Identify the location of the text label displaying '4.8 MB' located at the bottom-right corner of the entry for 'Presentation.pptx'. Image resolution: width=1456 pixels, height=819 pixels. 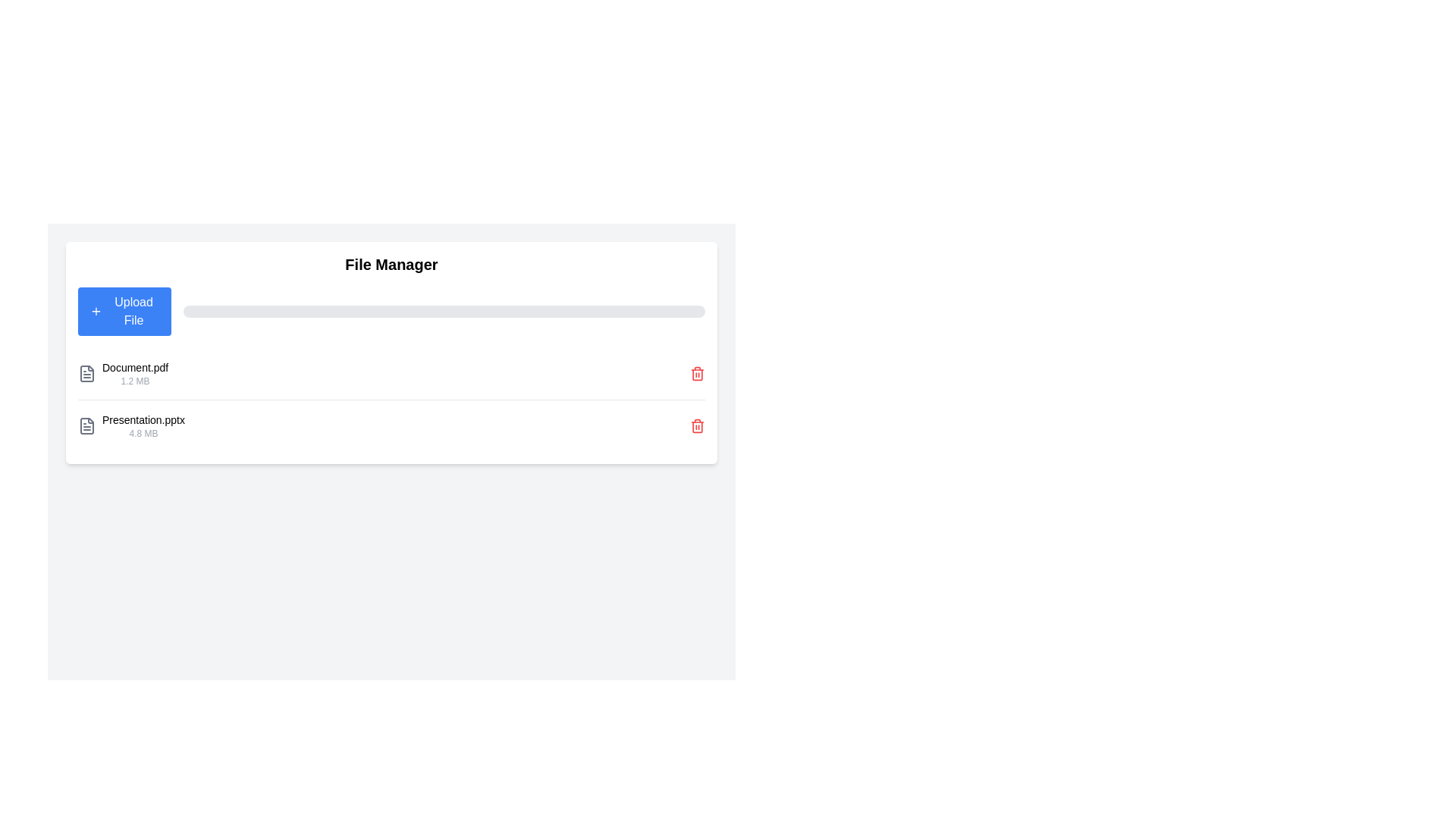
(143, 433).